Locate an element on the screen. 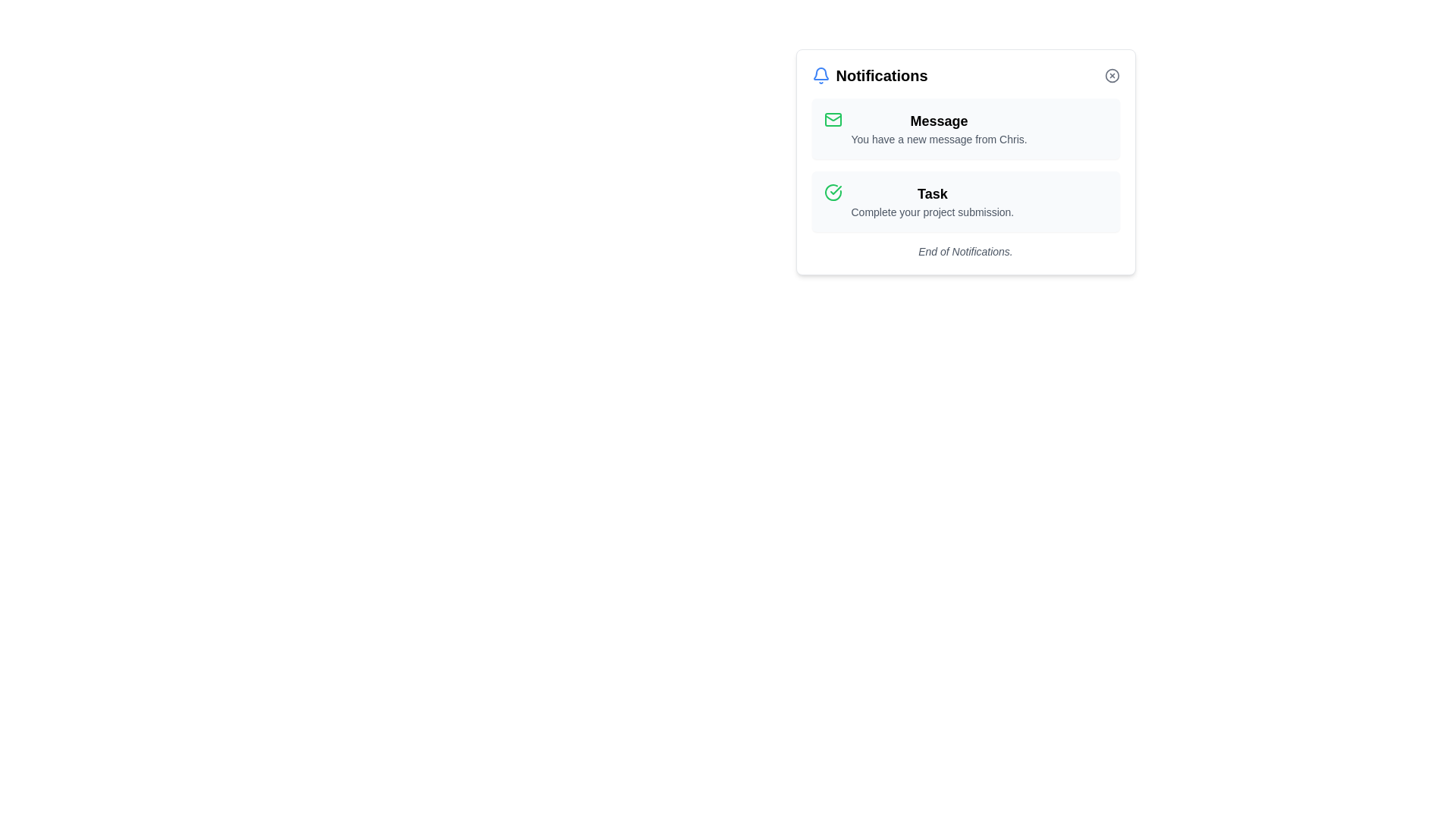 The image size is (1456, 819). the bell icon representing notifications, located at the left within the header of the notification panel is located at coordinates (820, 76).